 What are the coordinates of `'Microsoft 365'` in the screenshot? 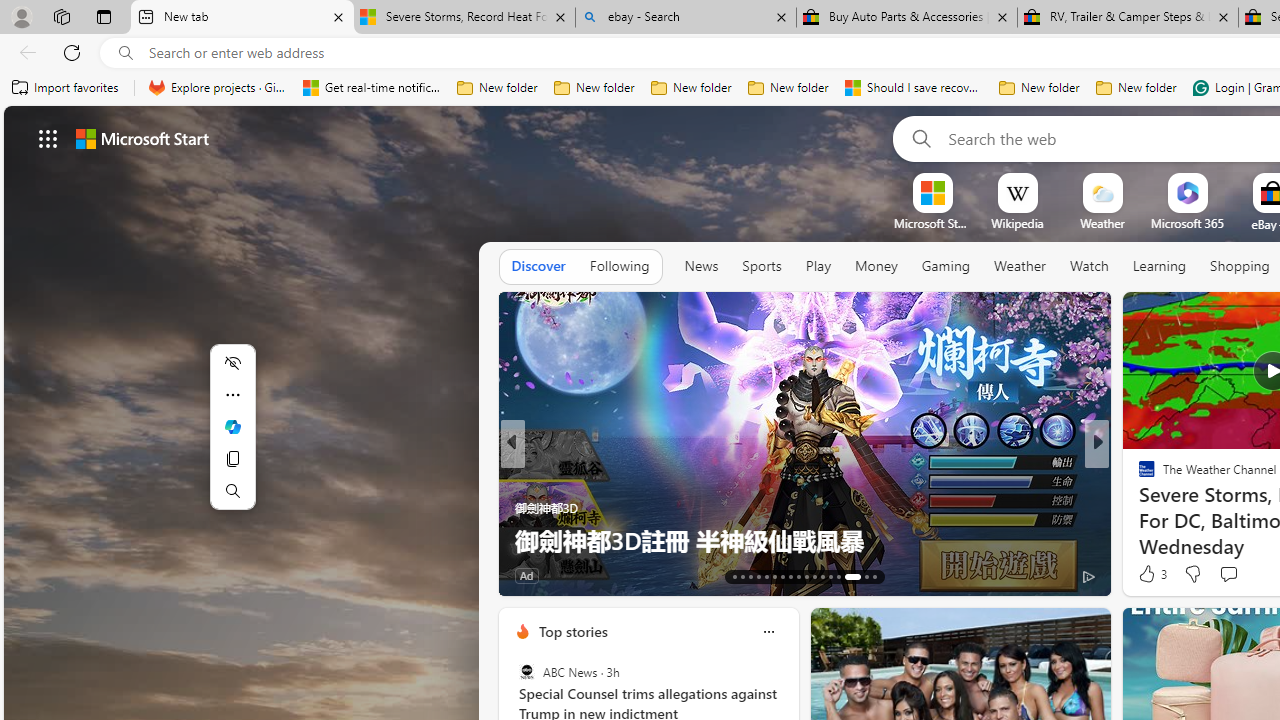 It's located at (1187, 223).